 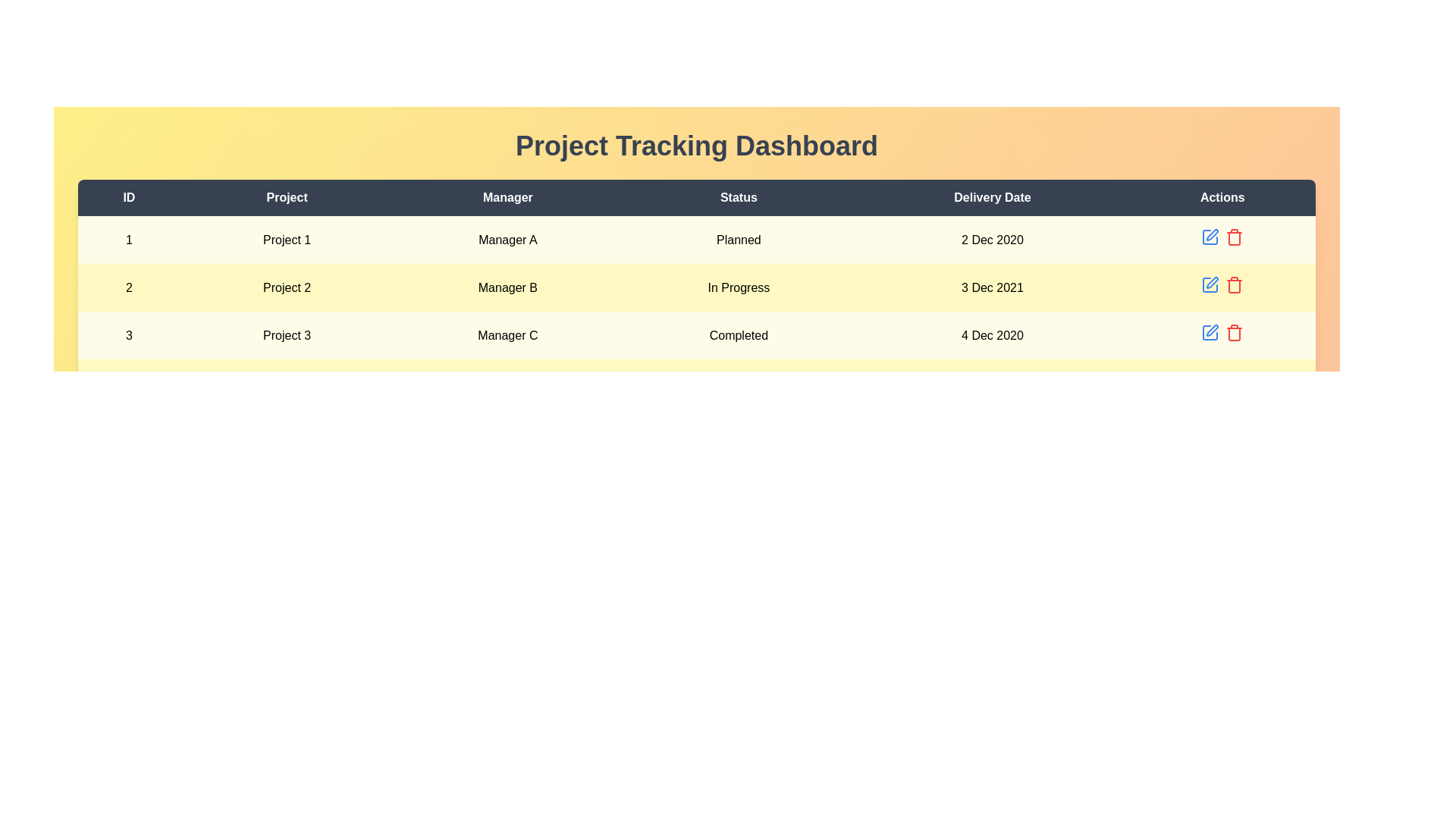 I want to click on the delete button for project 1, so click(x=1234, y=237).